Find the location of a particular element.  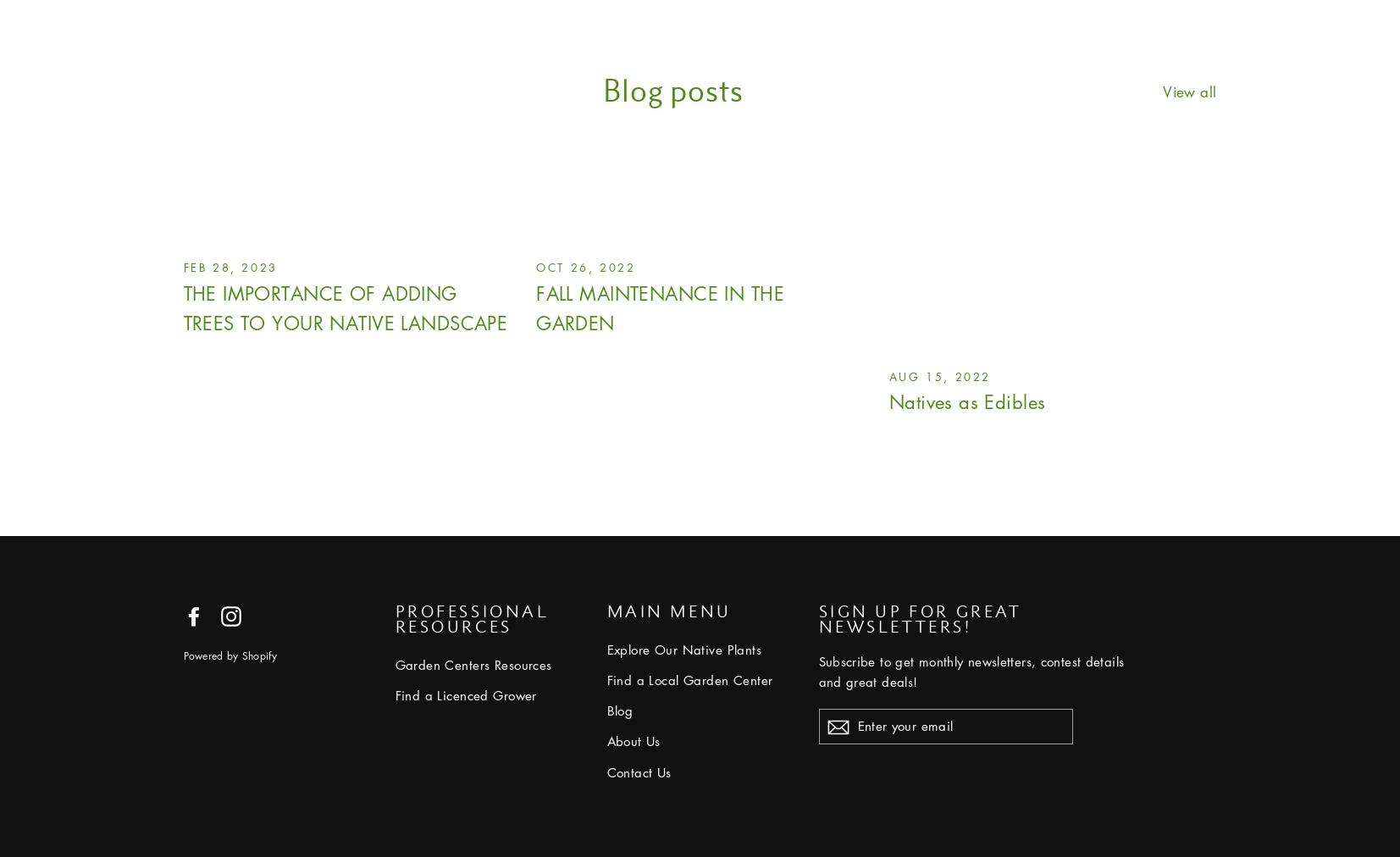

'Feb 28, 2023' is located at coordinates (229, 265).